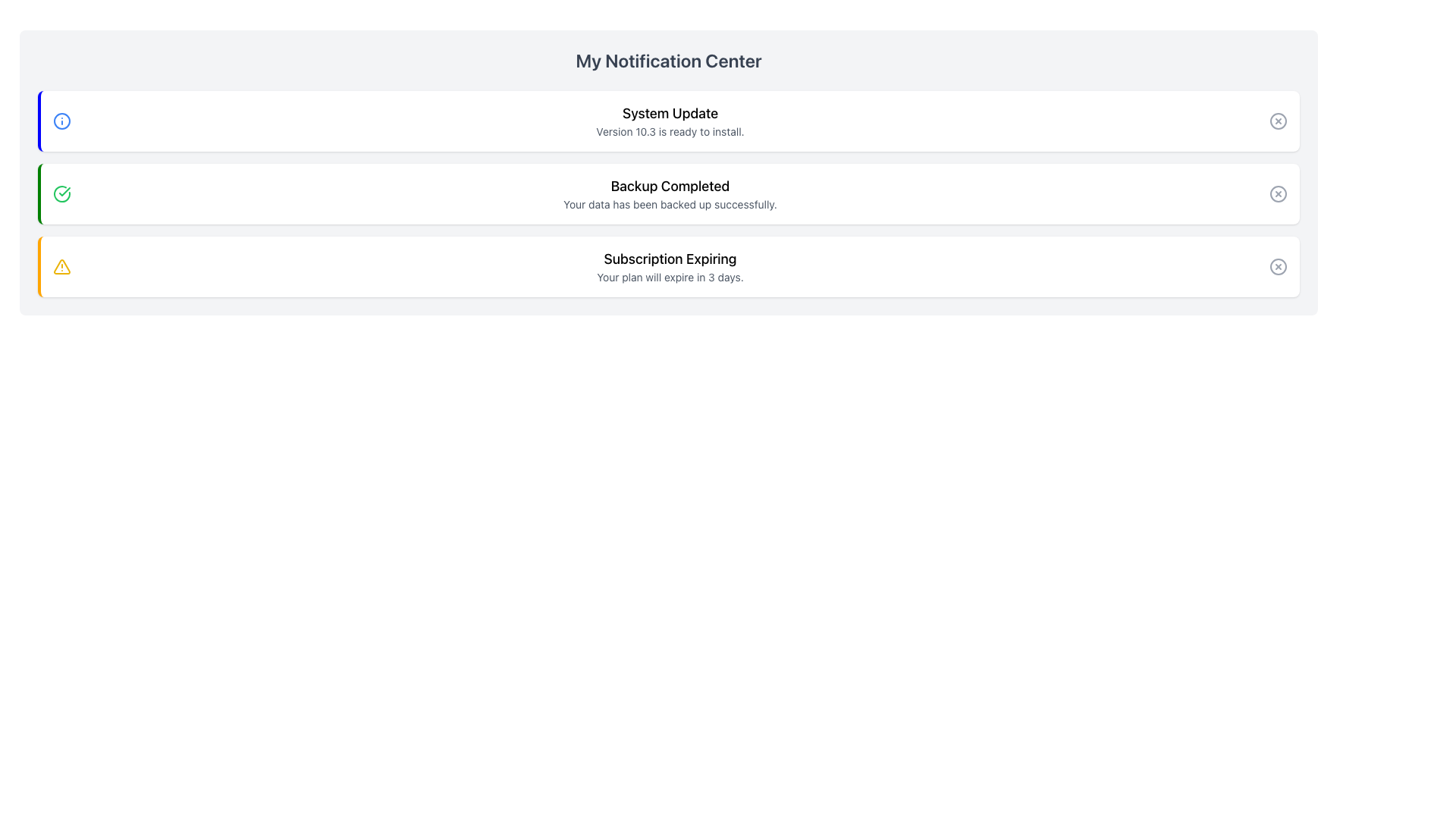 The width and height of the screenshot is (1456, 819). What do you see at coordinates (61, 265) in the screenshot?
I see `the leftmost warning icon in the 'Subscription Expiring' notification entry in the notification list` at bounding box center [61, 265].